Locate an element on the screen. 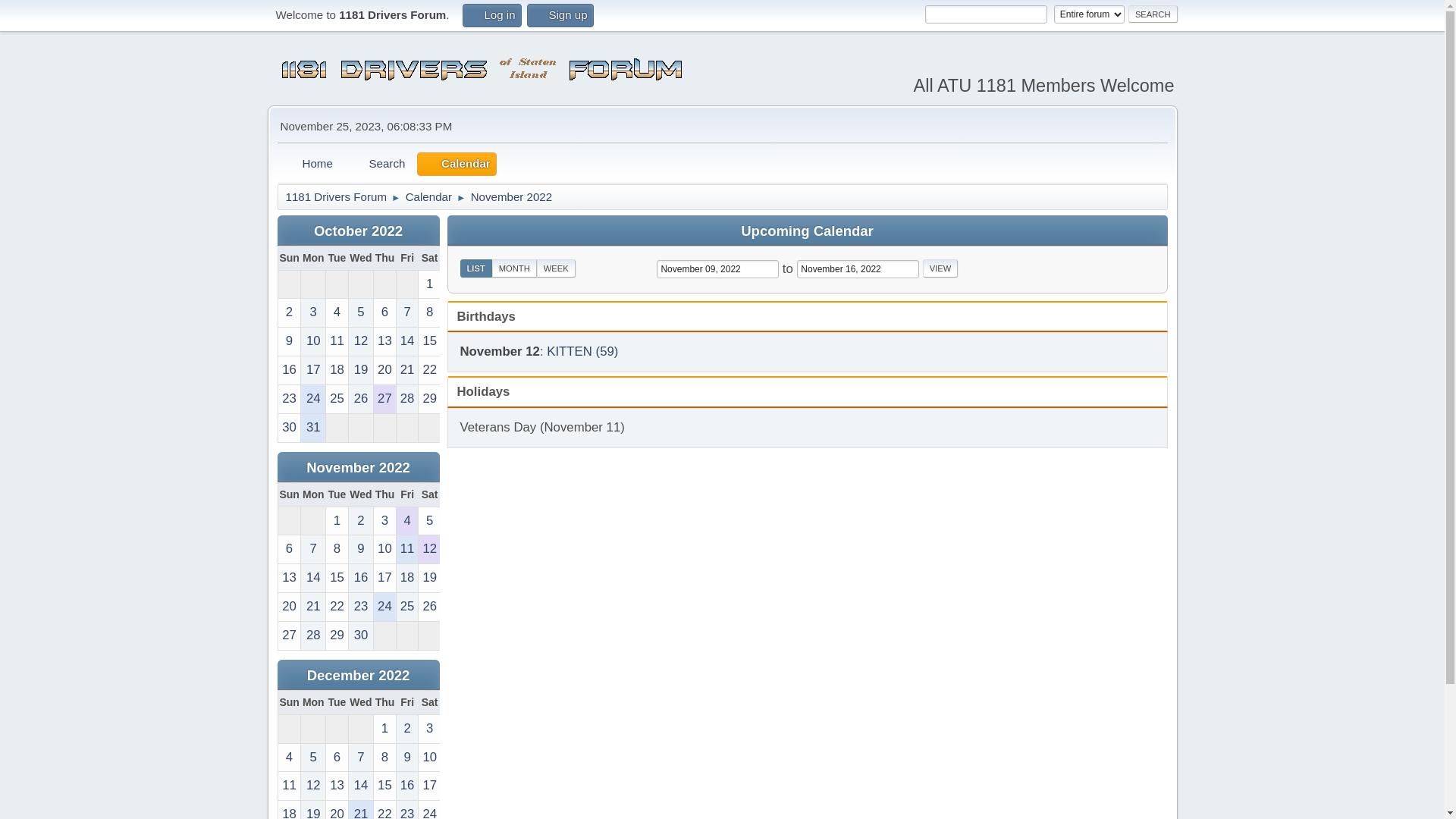  '17' is located at coordinates (428, 785).